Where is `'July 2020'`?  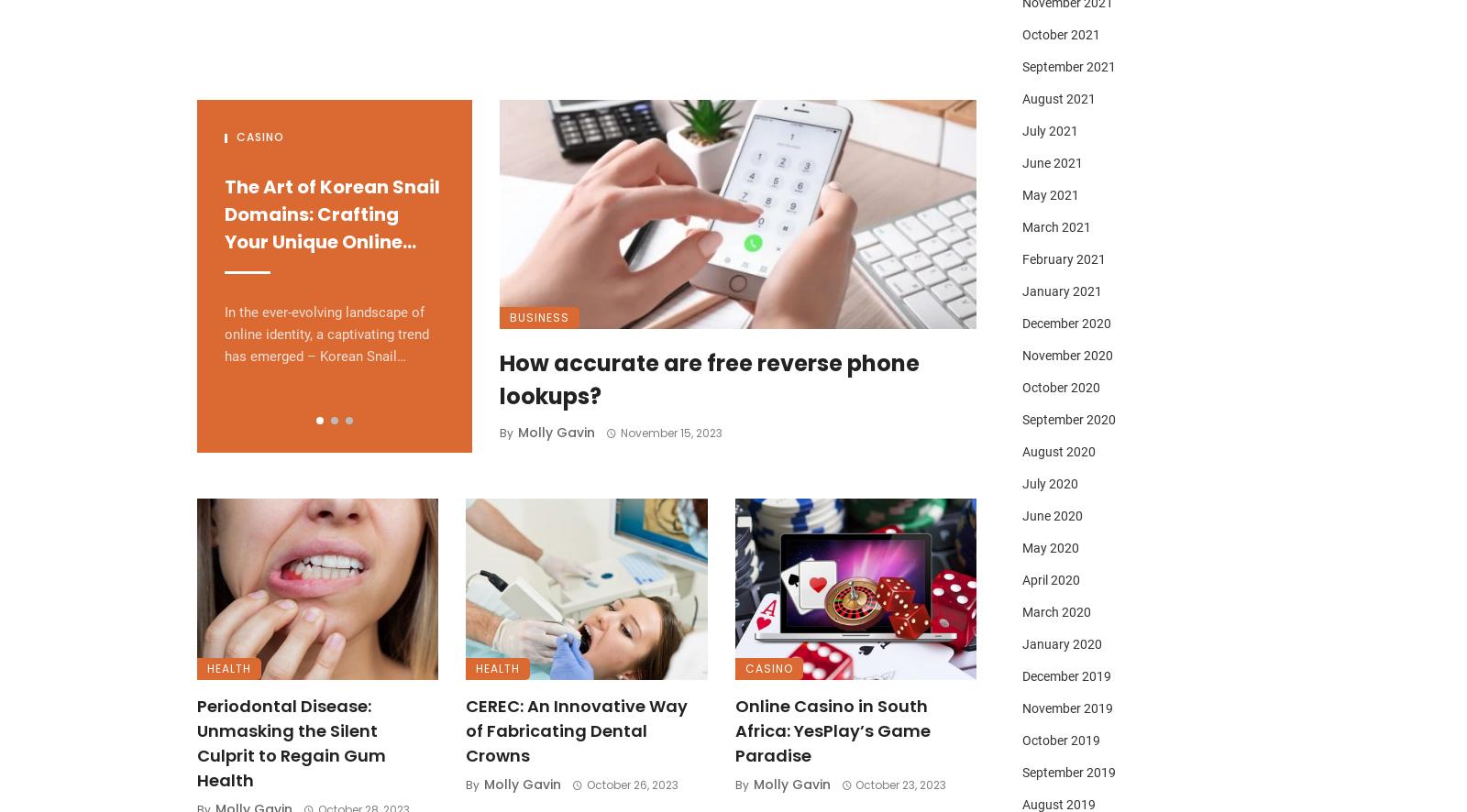 'July 2020' is located at coordinates (1050, 482).